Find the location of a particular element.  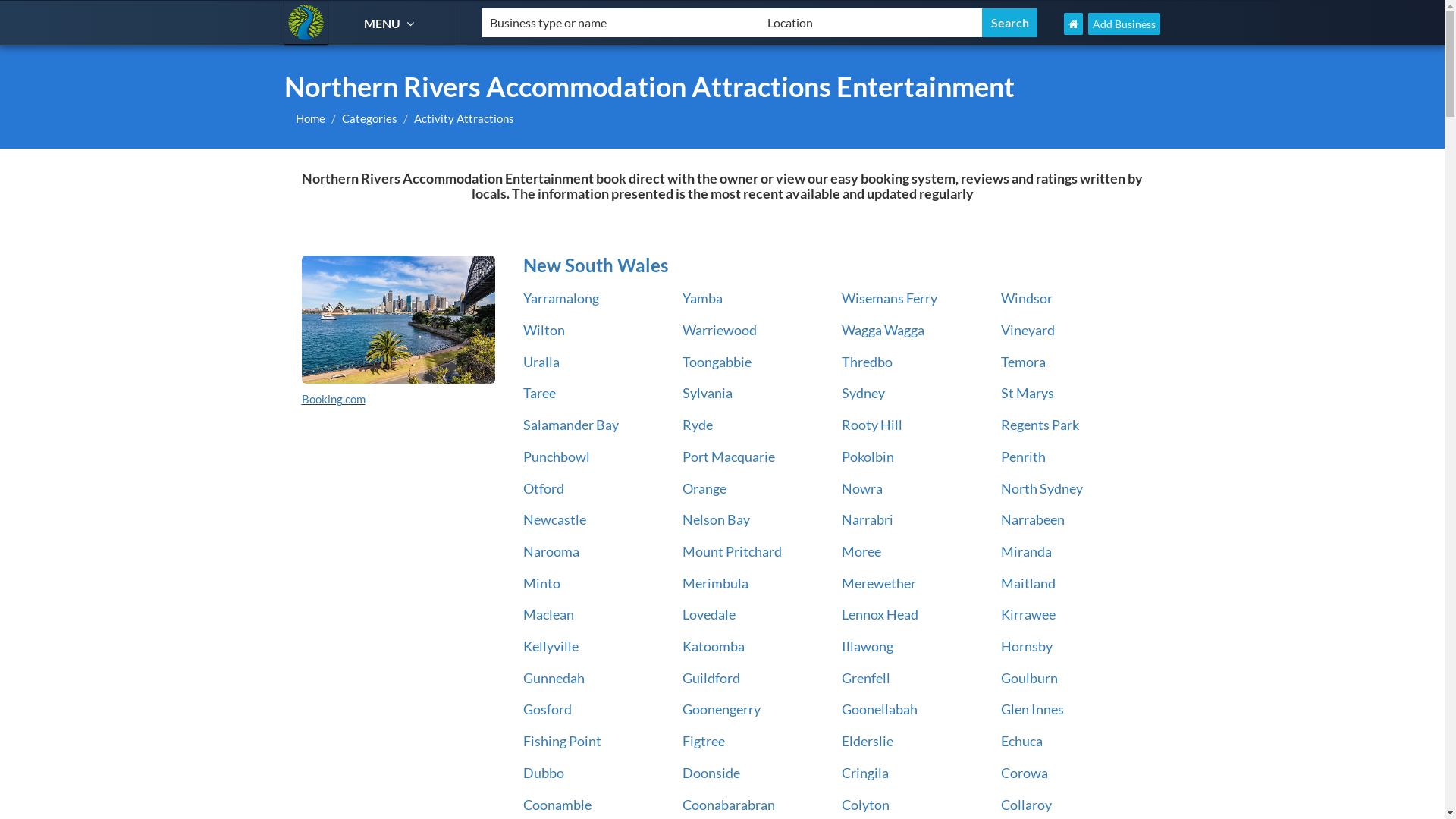

'Search' is located at coordinates (1009, 23).